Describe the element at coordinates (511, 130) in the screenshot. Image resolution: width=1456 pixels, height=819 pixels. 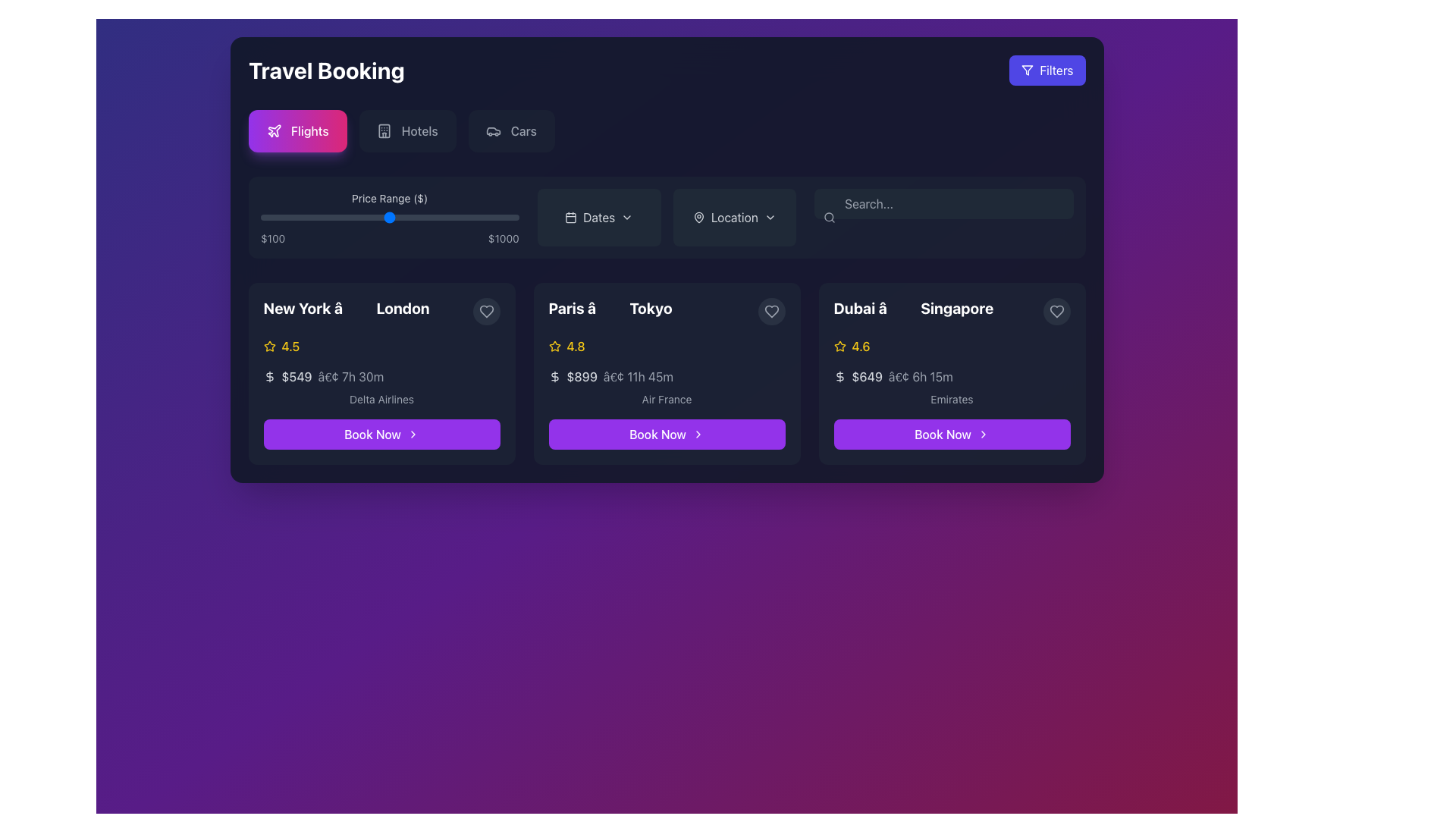
I see `the 'Cars' button in the top navigation bar` at that location.